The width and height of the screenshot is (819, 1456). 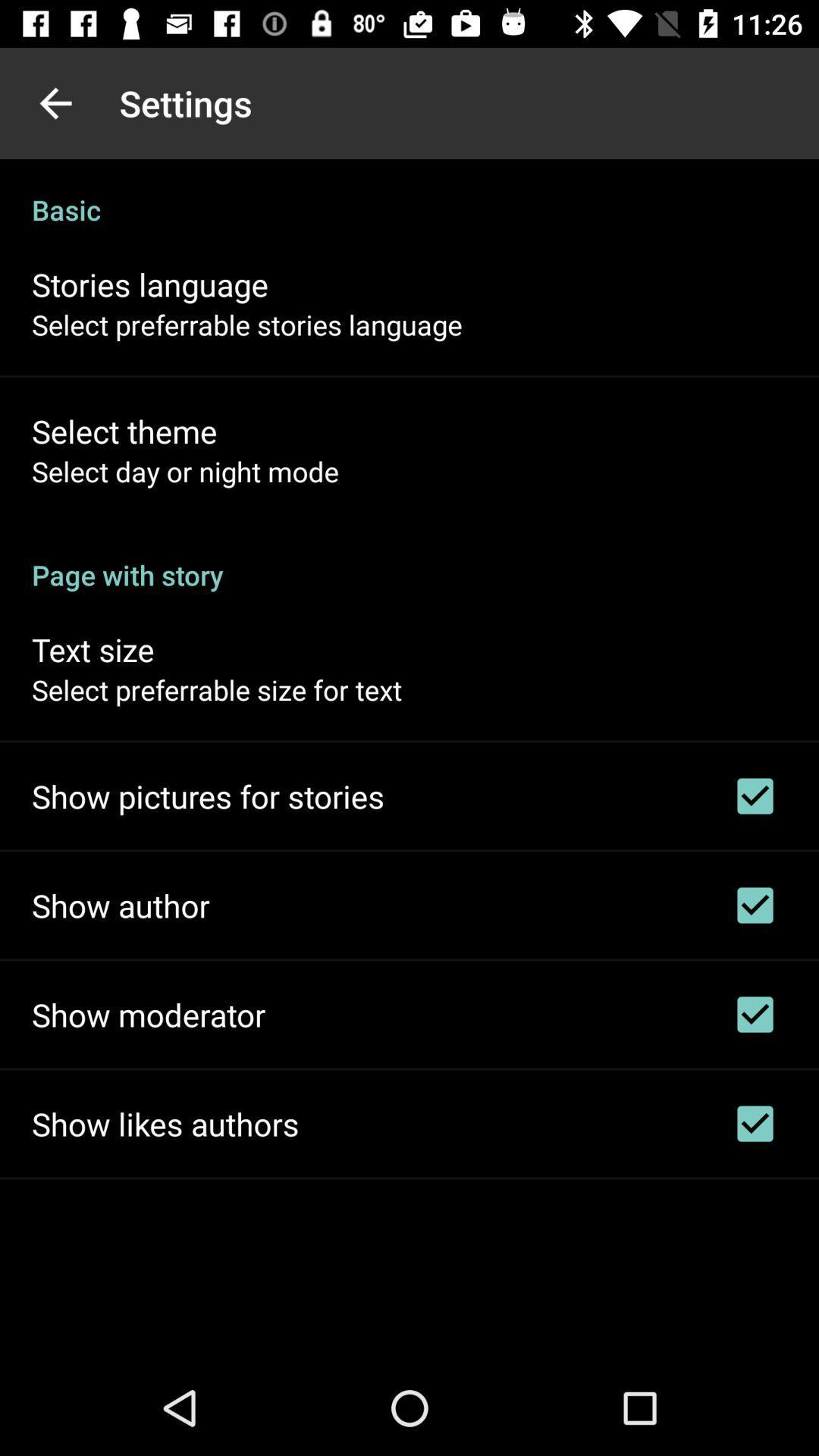 What do you see at coordinates (124, 430) in the screenshot?
I see `icon above select day or item` at bounding box center [124, 430].